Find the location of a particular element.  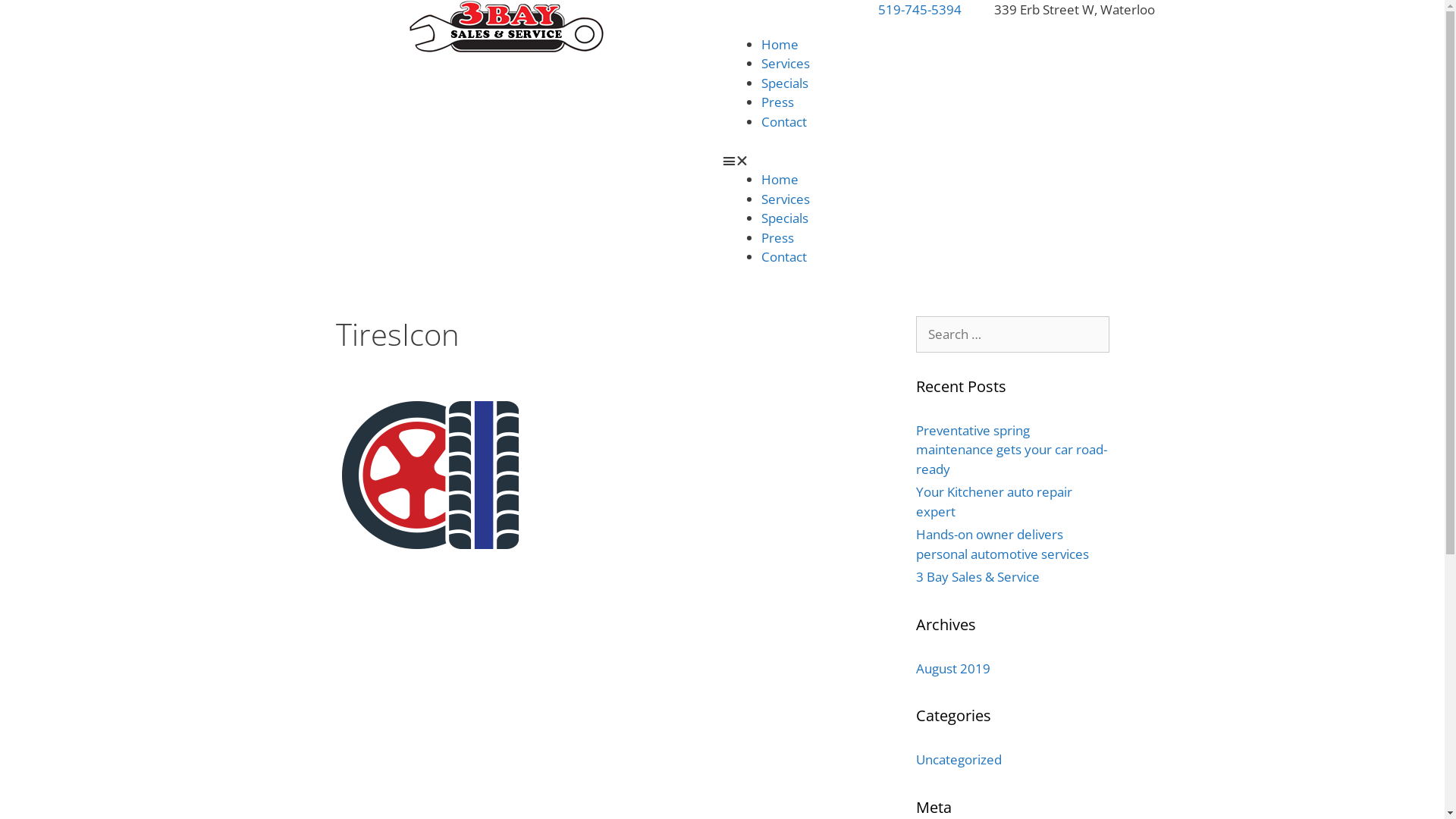

'Specials' is located at coordinates (785, 83).